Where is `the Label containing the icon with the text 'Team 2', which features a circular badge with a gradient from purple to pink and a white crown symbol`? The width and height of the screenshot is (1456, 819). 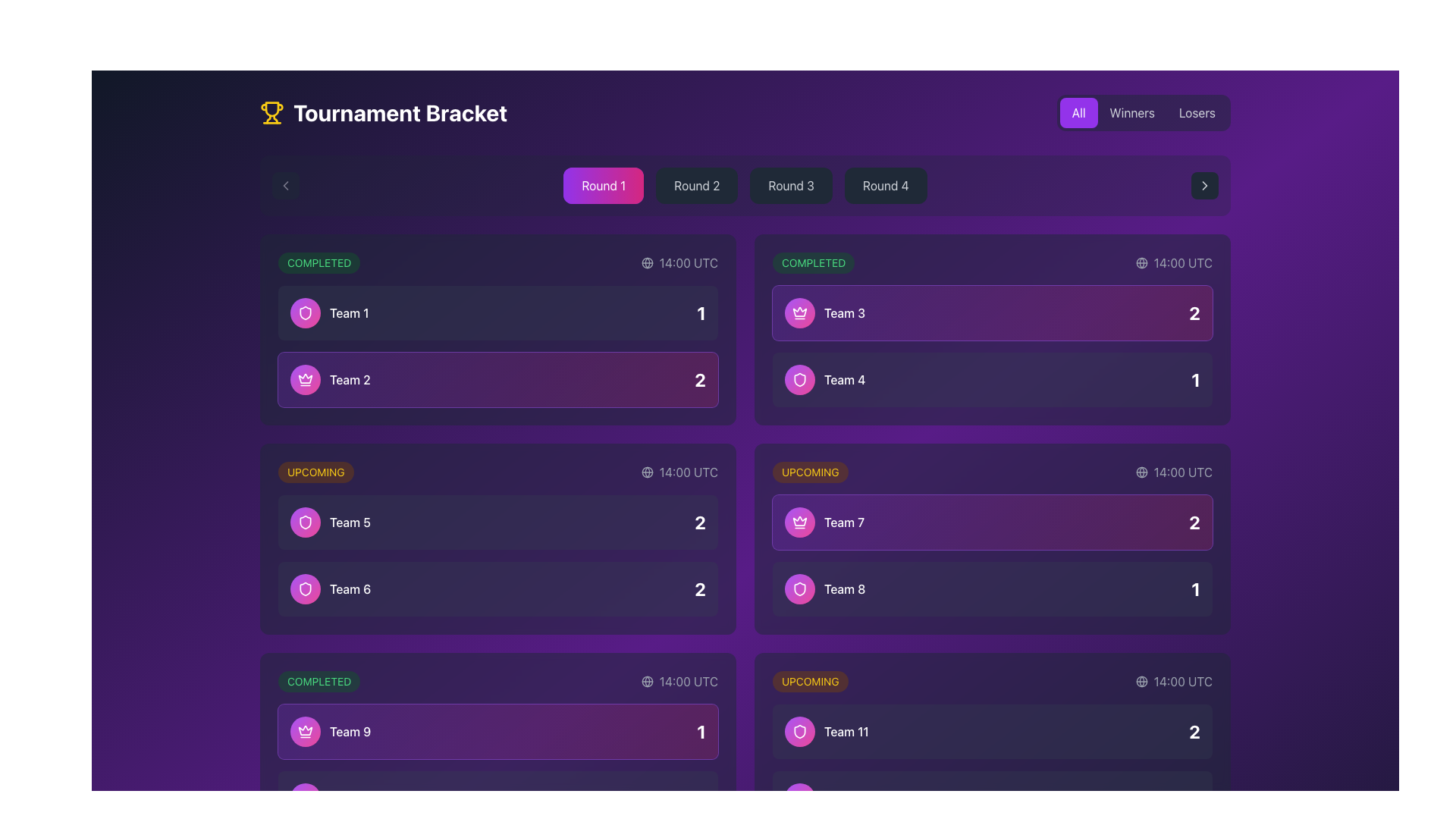 the Label containing the icon with the text 'Team 2', which features a circular badge with a gradient from purple to pink and a white crown symbol is located at coordinates (329, 379).